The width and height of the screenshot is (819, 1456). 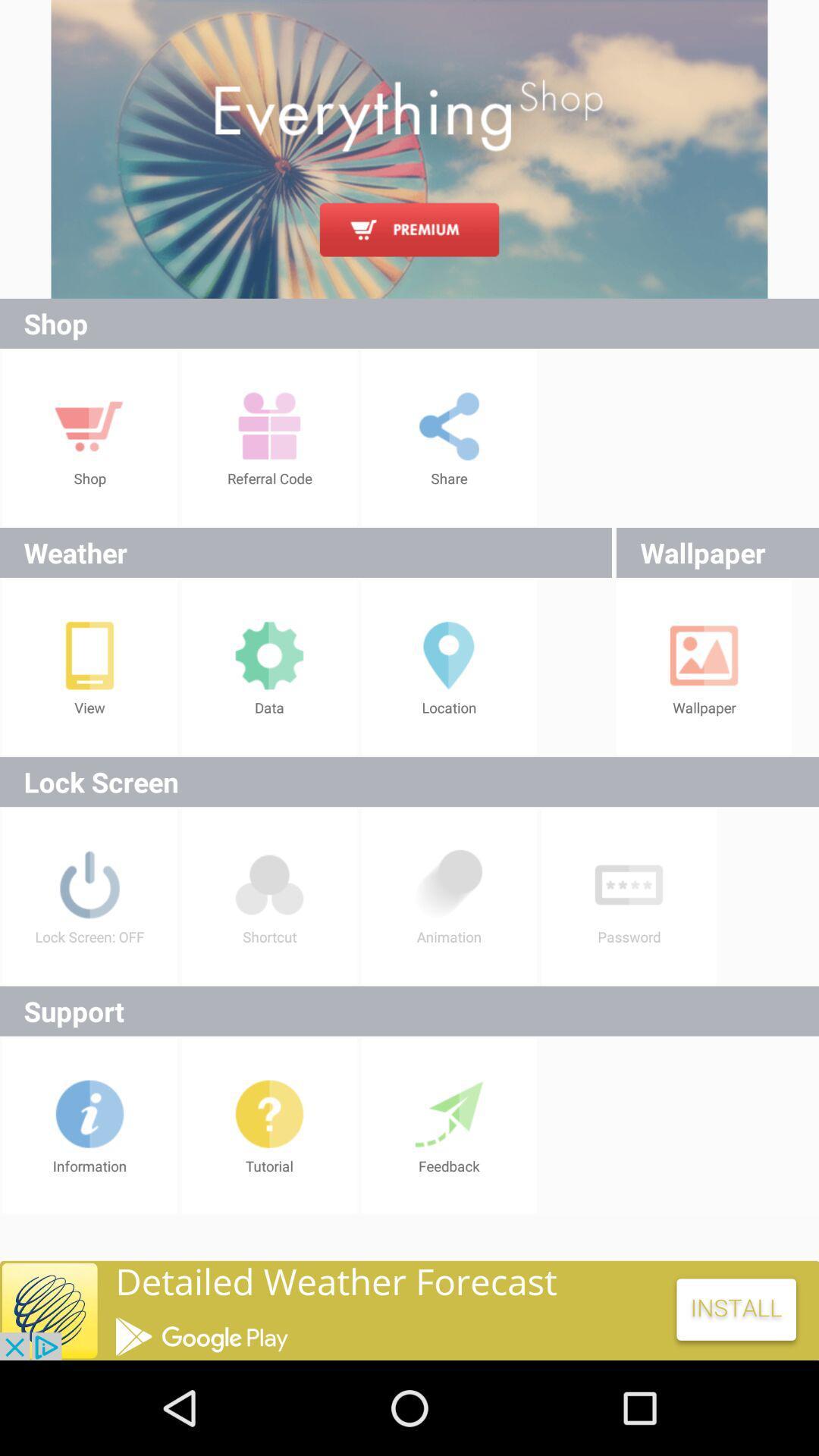 What do you see at coordinates (409, 1310) in the screenshot?
I see `icone` at bounding box center [409, 1310].